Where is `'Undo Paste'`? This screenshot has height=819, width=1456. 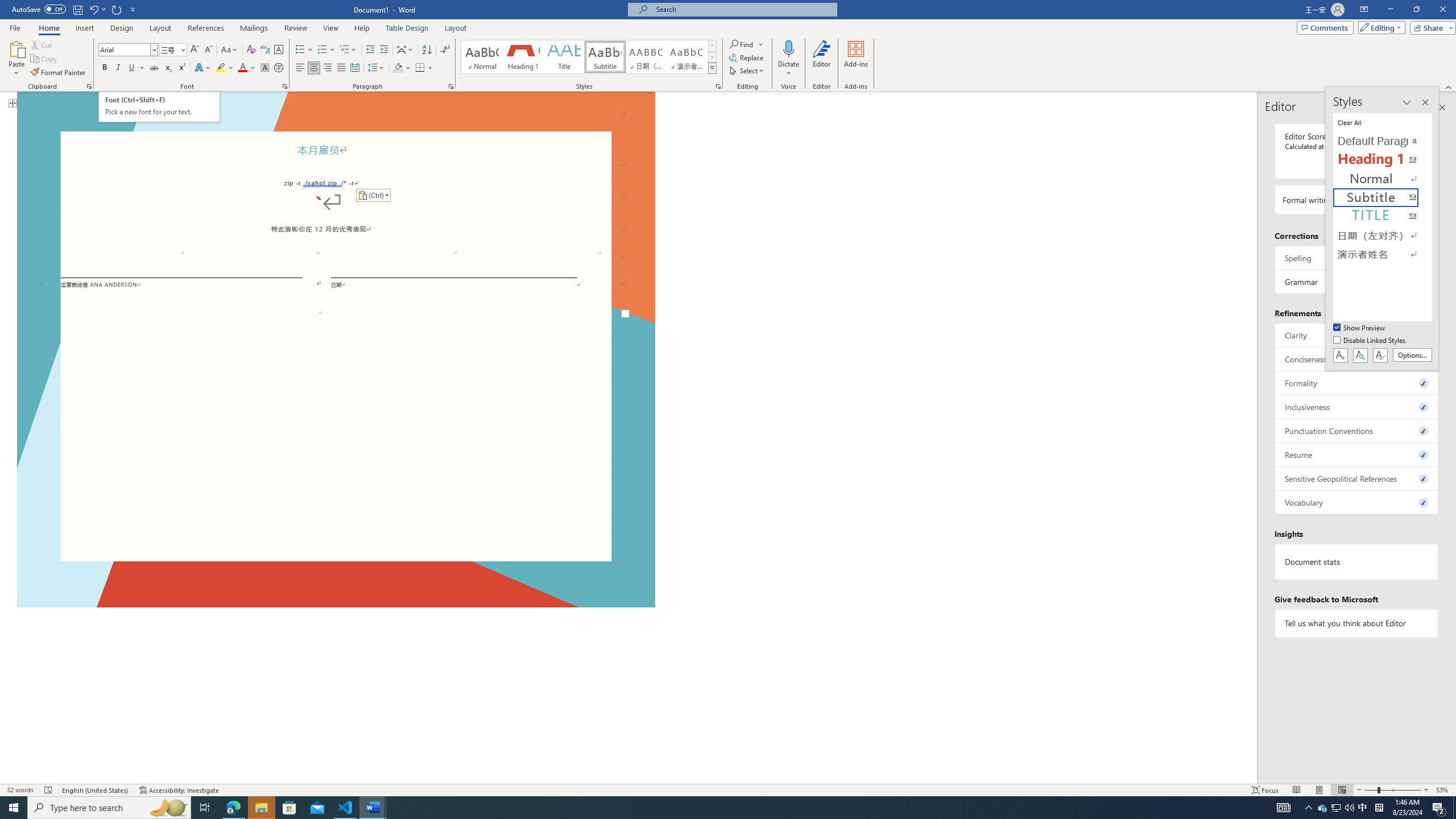 'Undo Paste' is located at coordinates (93, 9).